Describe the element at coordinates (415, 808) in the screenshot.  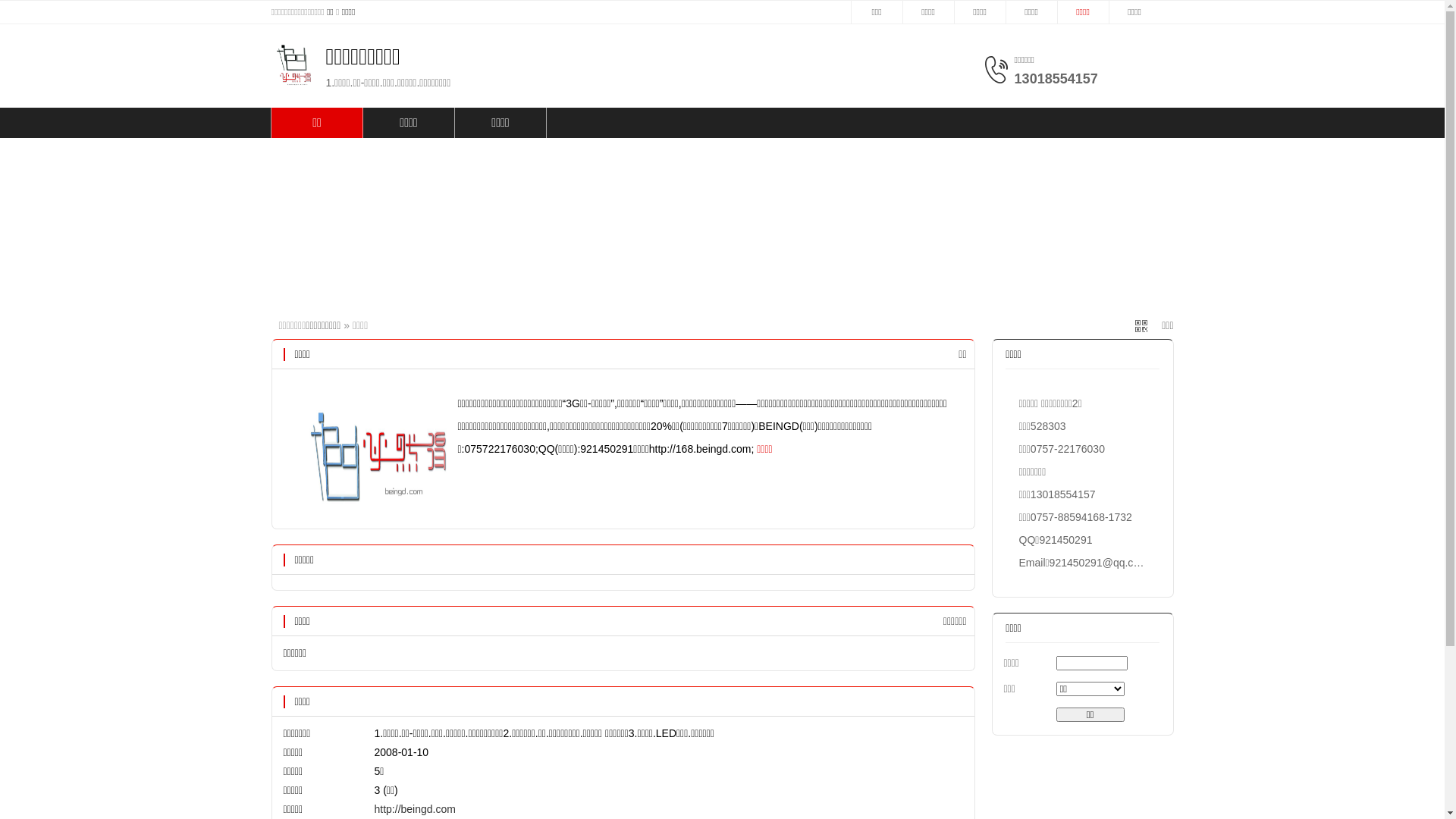
I see `'http://beingd.com'` at that location.